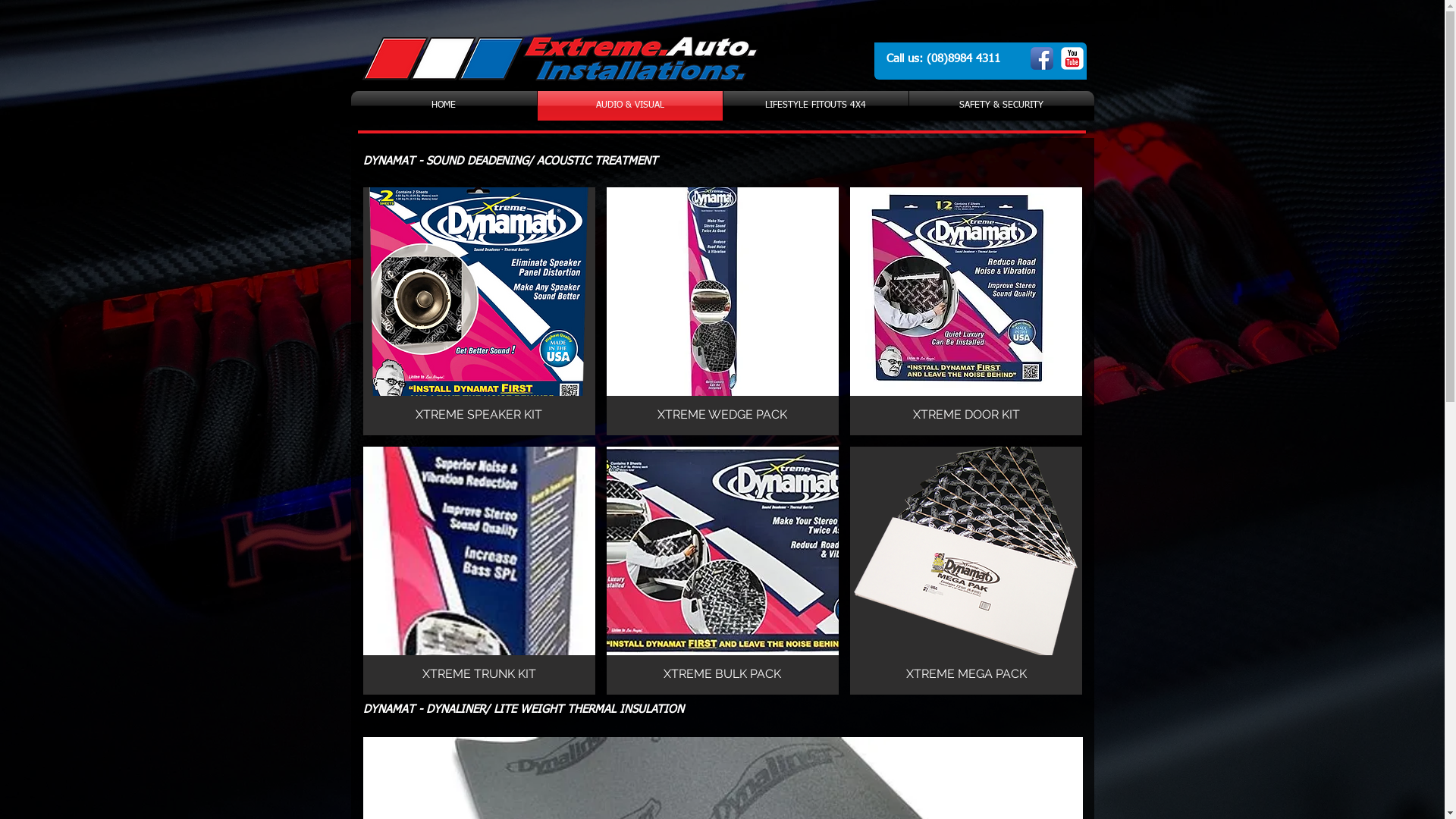  What do you see at coordinates (629, 105) in the screenshot?
I see `'AUDIO & VISUAL'` at bounding box center [629, 105].